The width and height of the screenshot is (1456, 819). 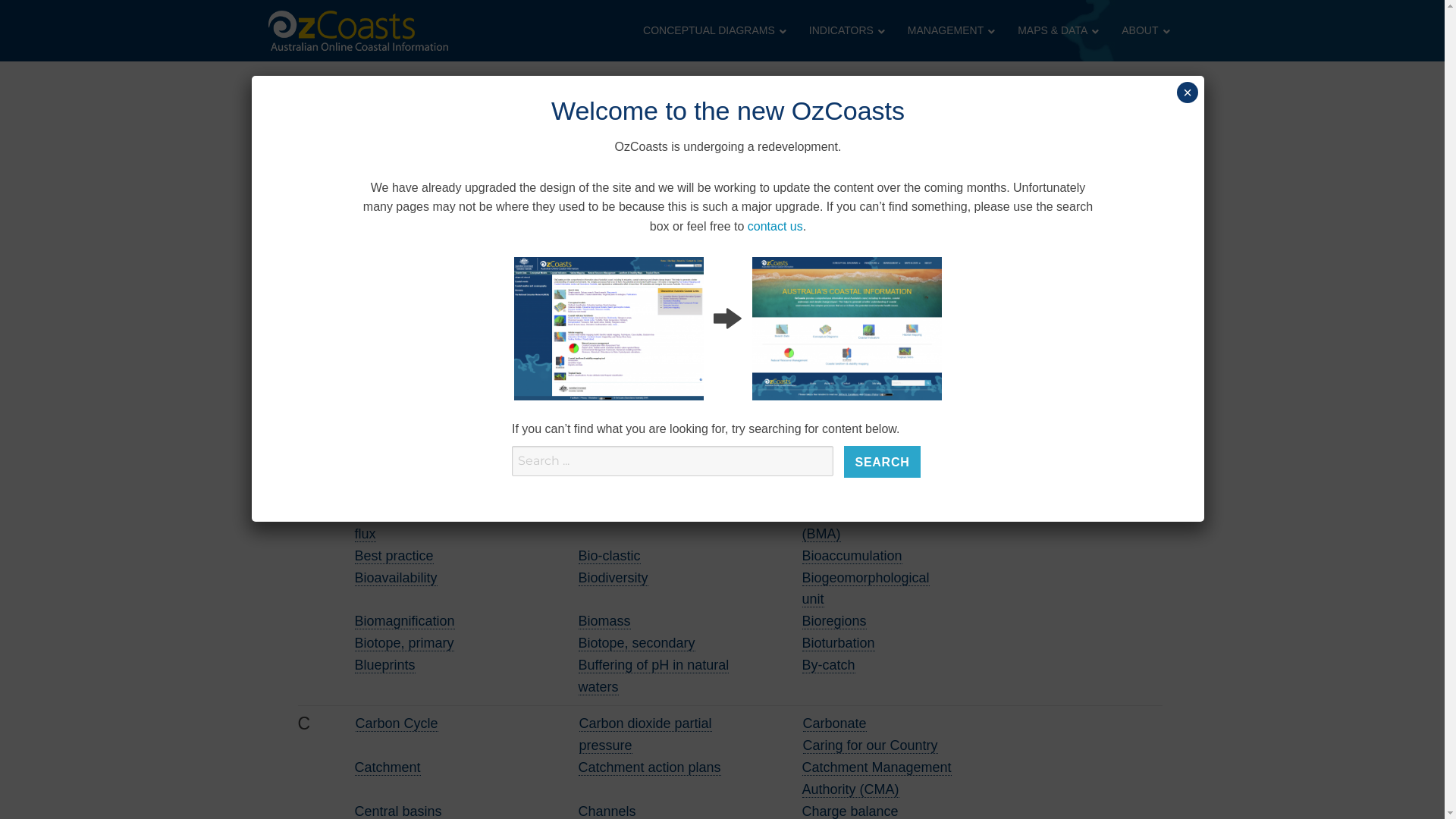 I want to click on 'Carbon Cycle', so click(x=396, y=723).